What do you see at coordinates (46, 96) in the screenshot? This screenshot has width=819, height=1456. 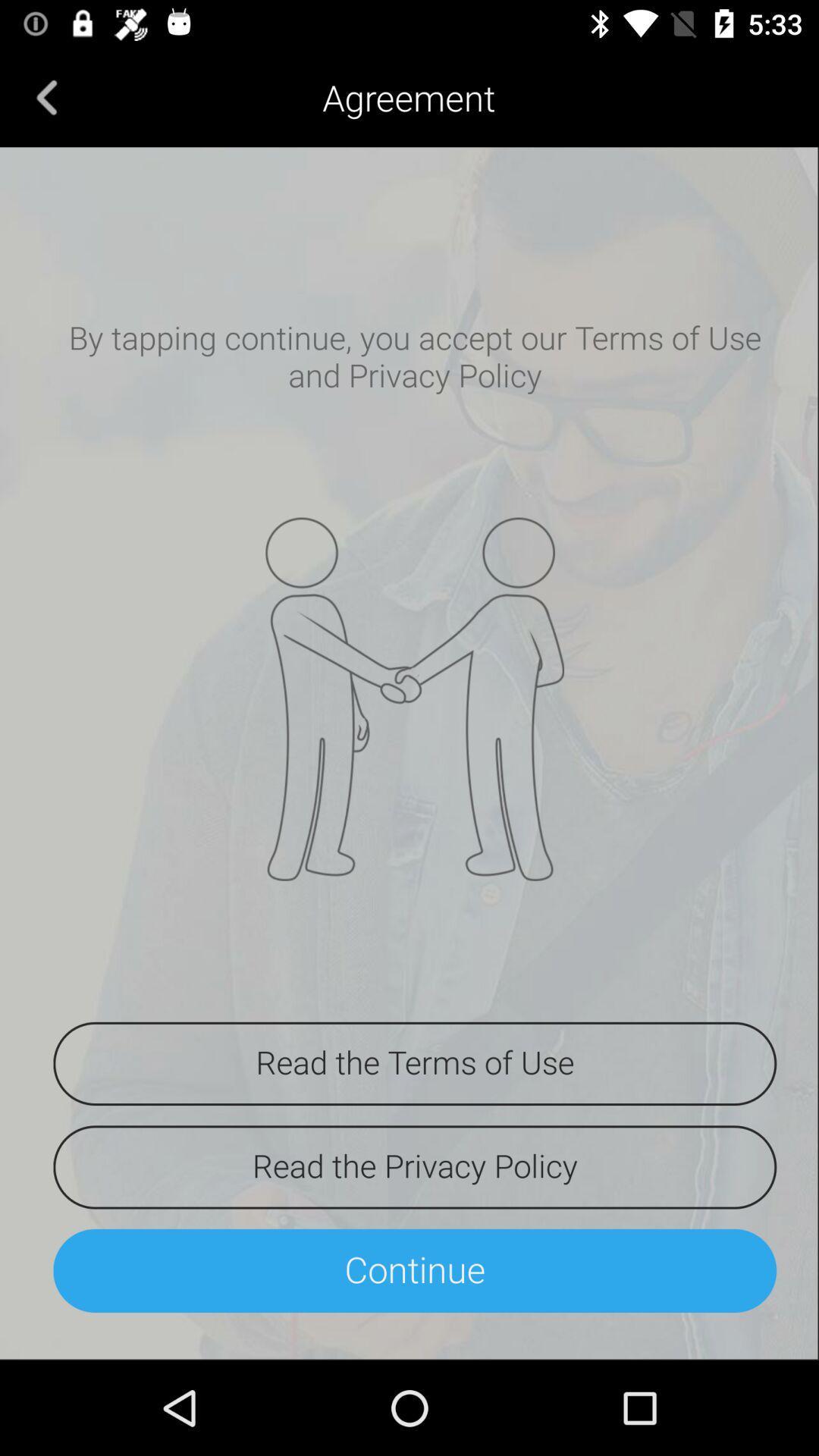 I see `the icon next to agreement item` at bounding box center [46, 96].